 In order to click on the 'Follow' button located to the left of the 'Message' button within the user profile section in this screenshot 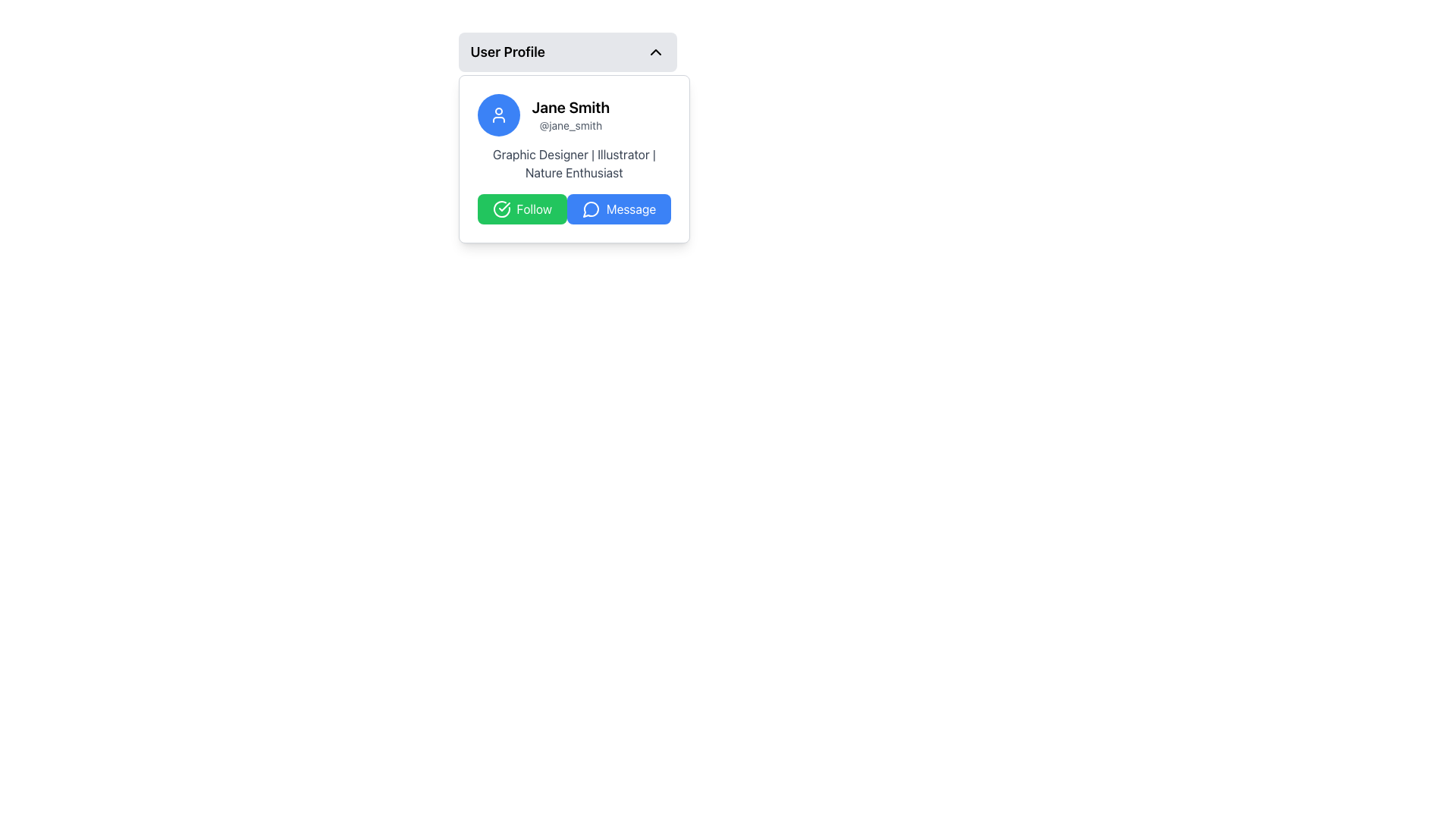, I will do `click(522, 209)`.